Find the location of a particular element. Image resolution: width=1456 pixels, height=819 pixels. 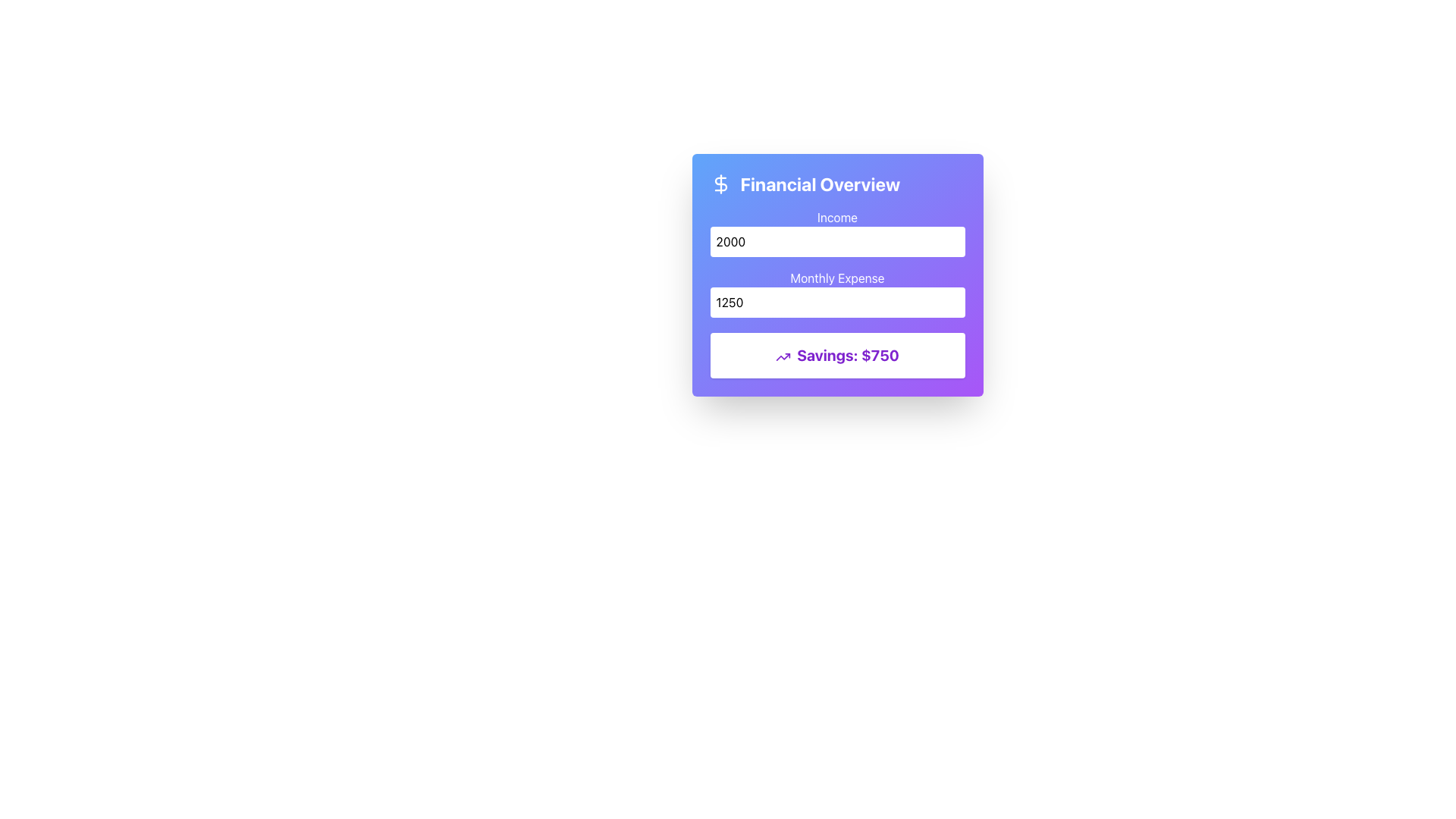

the dollar sign icon located in the header section of the 'Financial Overview' panel, positioned on the left side of the header text is located at coordinates (720, 184).